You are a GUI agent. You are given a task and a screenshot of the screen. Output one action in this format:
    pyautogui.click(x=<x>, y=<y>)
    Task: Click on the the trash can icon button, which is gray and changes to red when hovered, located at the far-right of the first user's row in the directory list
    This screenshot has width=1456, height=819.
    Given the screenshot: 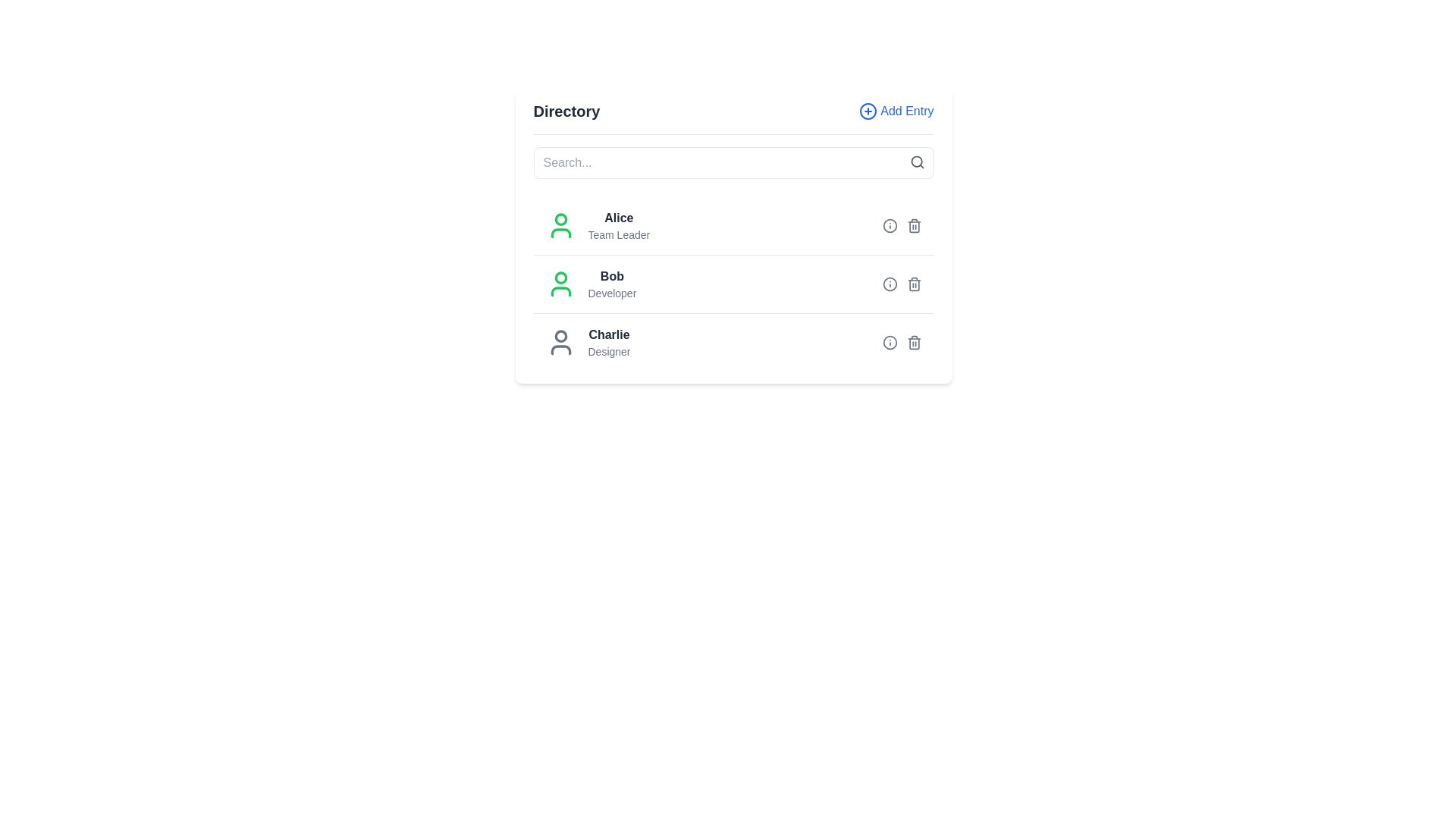 What is the action you would take?
    pyautogui.click(x=913, y=225)
    